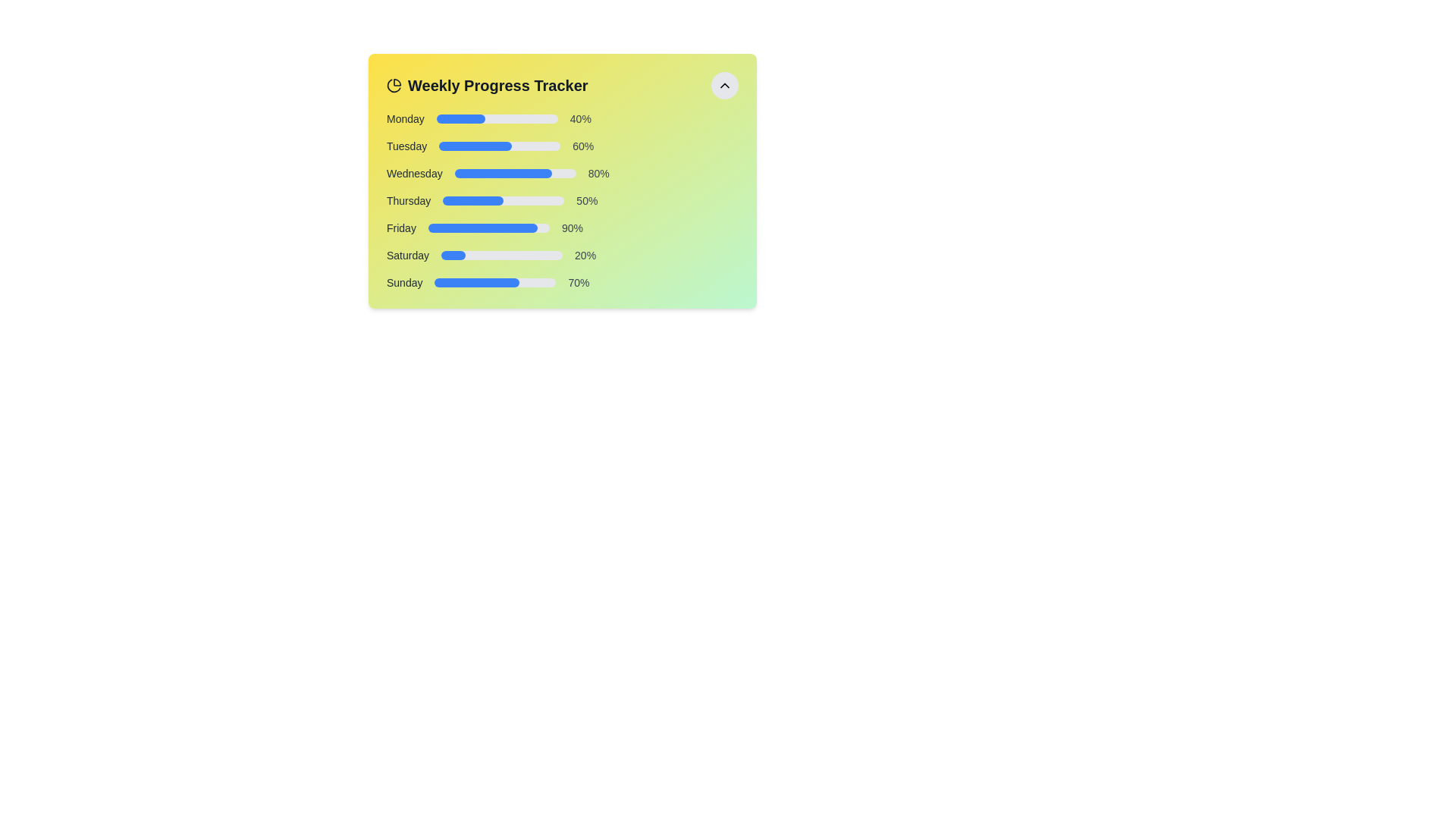  I want to click on the progress bar element for 'Saturday', which is a horizontal bar with a light gray background and a blue filled portion representing 20%, so click(502, 254).